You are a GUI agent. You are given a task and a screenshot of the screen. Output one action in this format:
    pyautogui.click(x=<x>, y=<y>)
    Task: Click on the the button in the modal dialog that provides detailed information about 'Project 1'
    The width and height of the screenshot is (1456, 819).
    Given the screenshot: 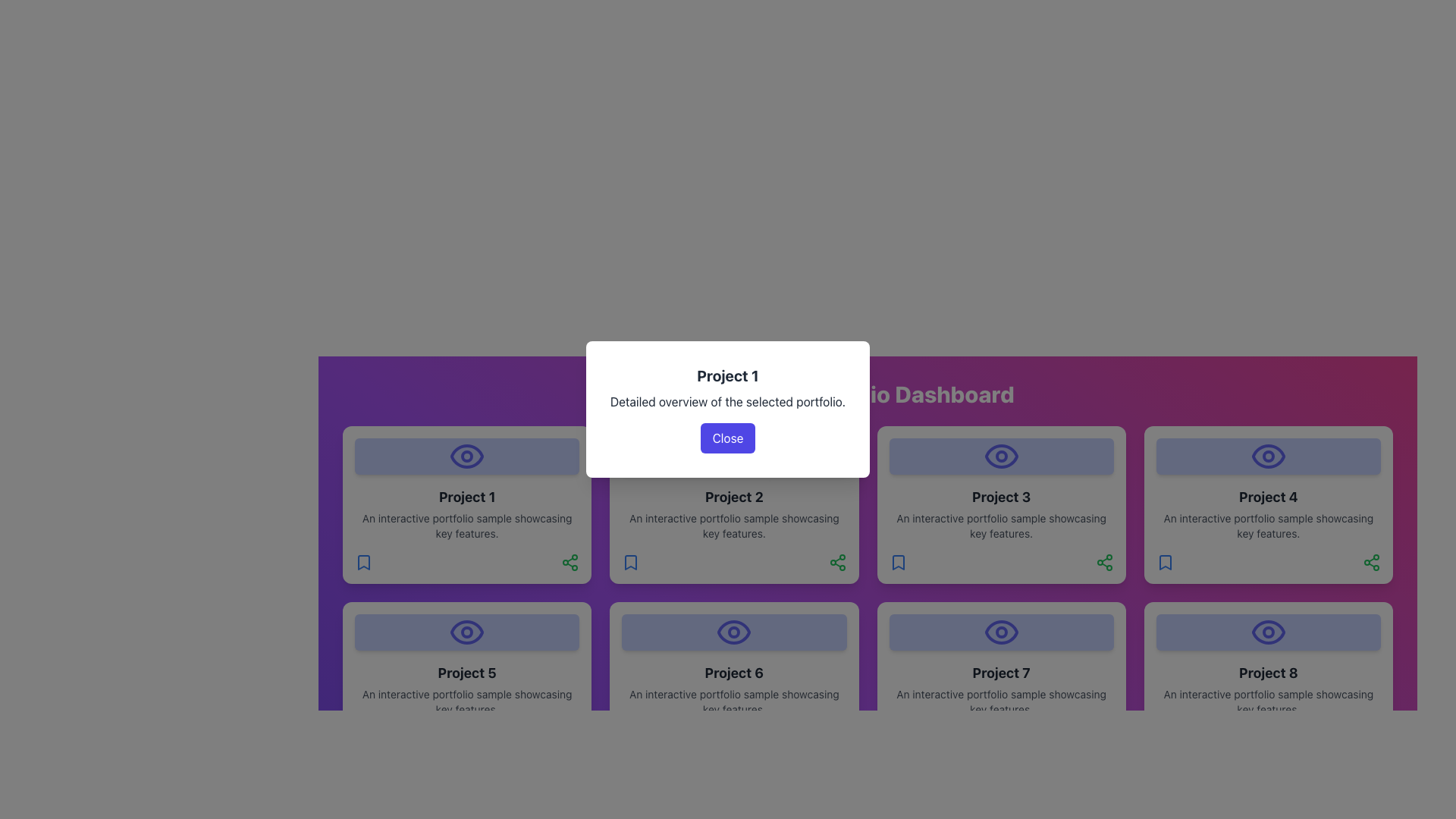 What is the action you would take?
    pyautogui.click(x=728, y=409)
    